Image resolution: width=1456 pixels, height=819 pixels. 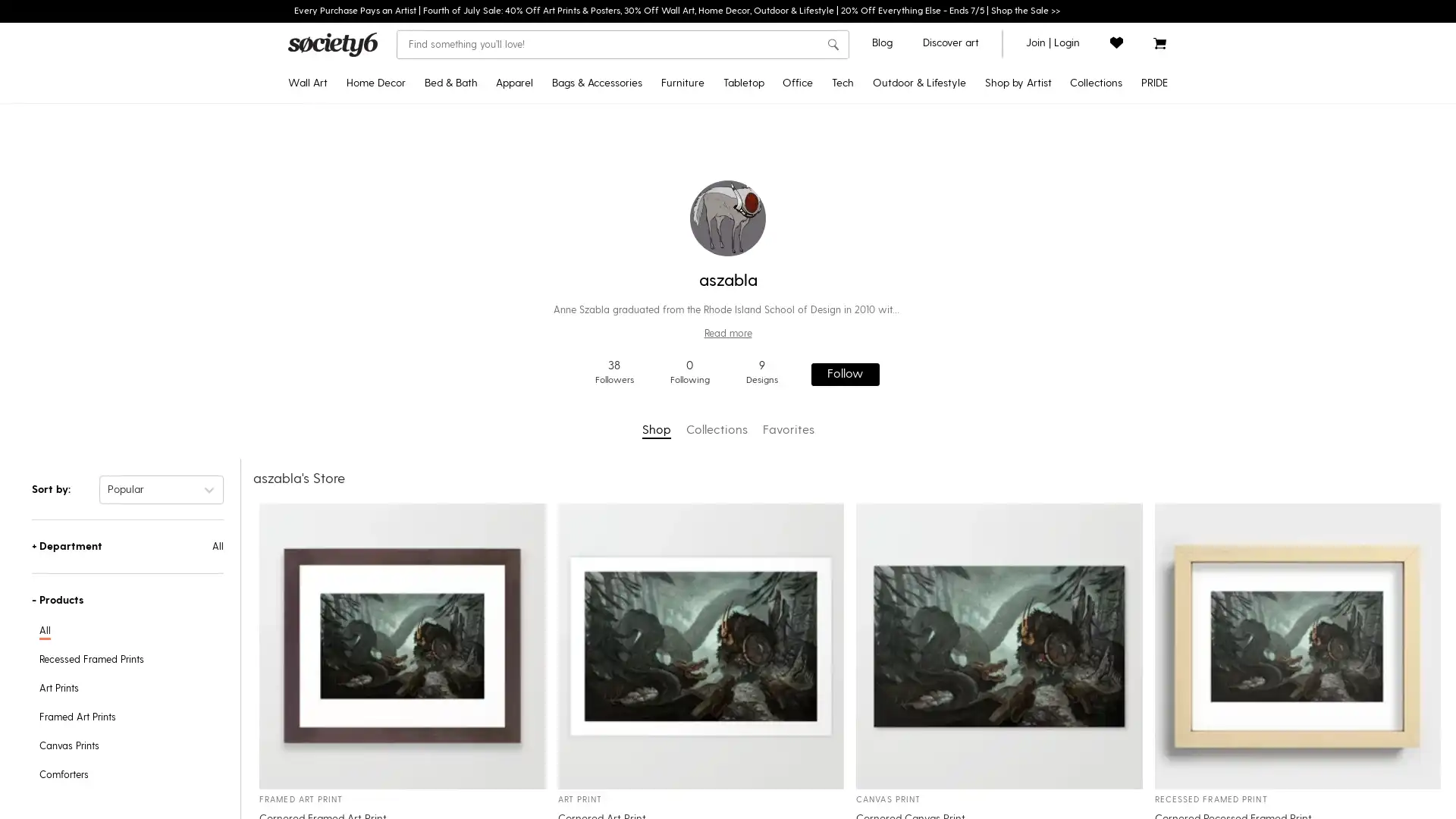 What do you see at coordinates (356, 219) in the screenshot?
I see `Framed Canvas Prints` at bounding box center [356, 219].